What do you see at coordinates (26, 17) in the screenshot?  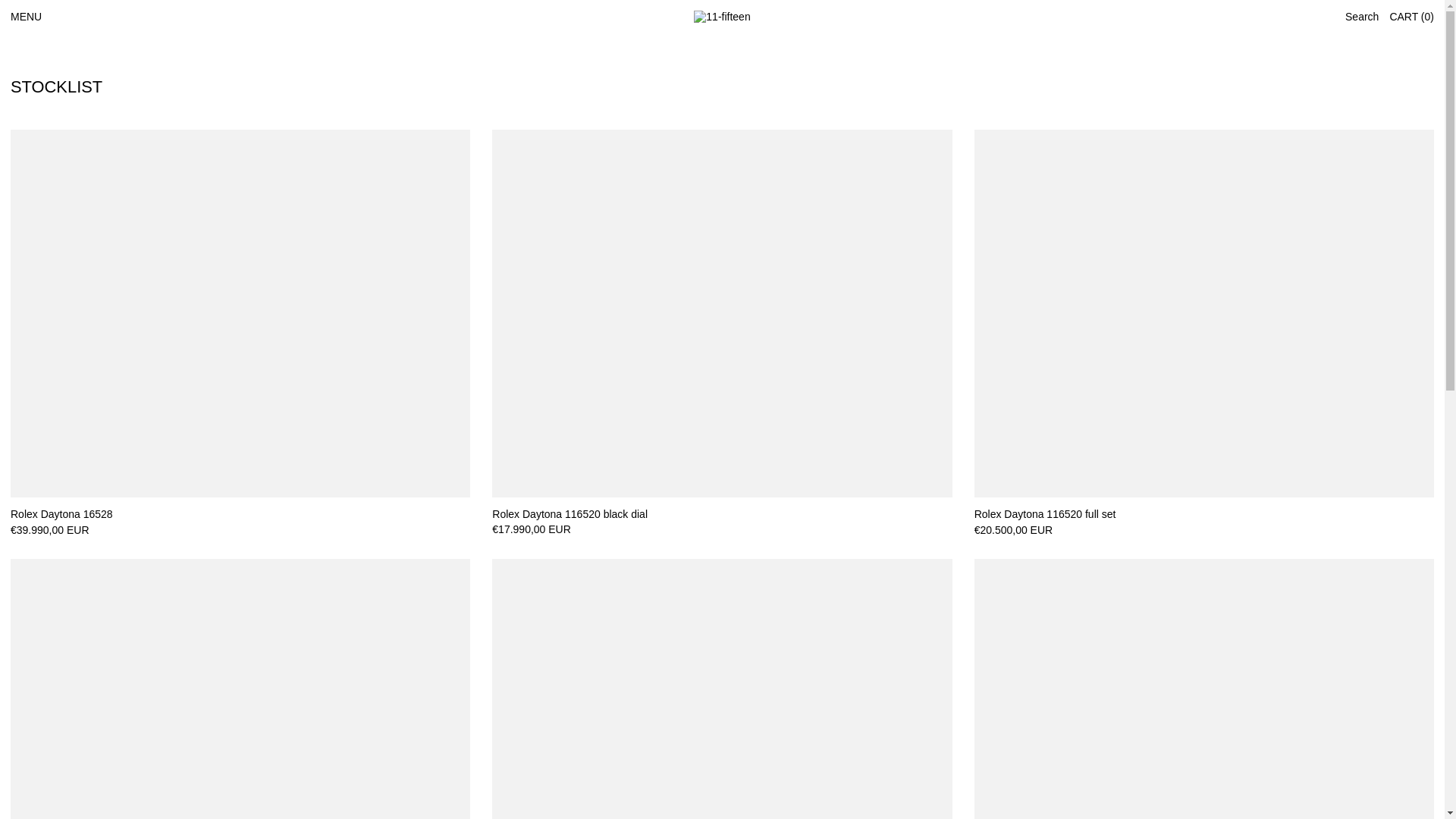 I see `'MENU'` at bounding box center [26, 17].